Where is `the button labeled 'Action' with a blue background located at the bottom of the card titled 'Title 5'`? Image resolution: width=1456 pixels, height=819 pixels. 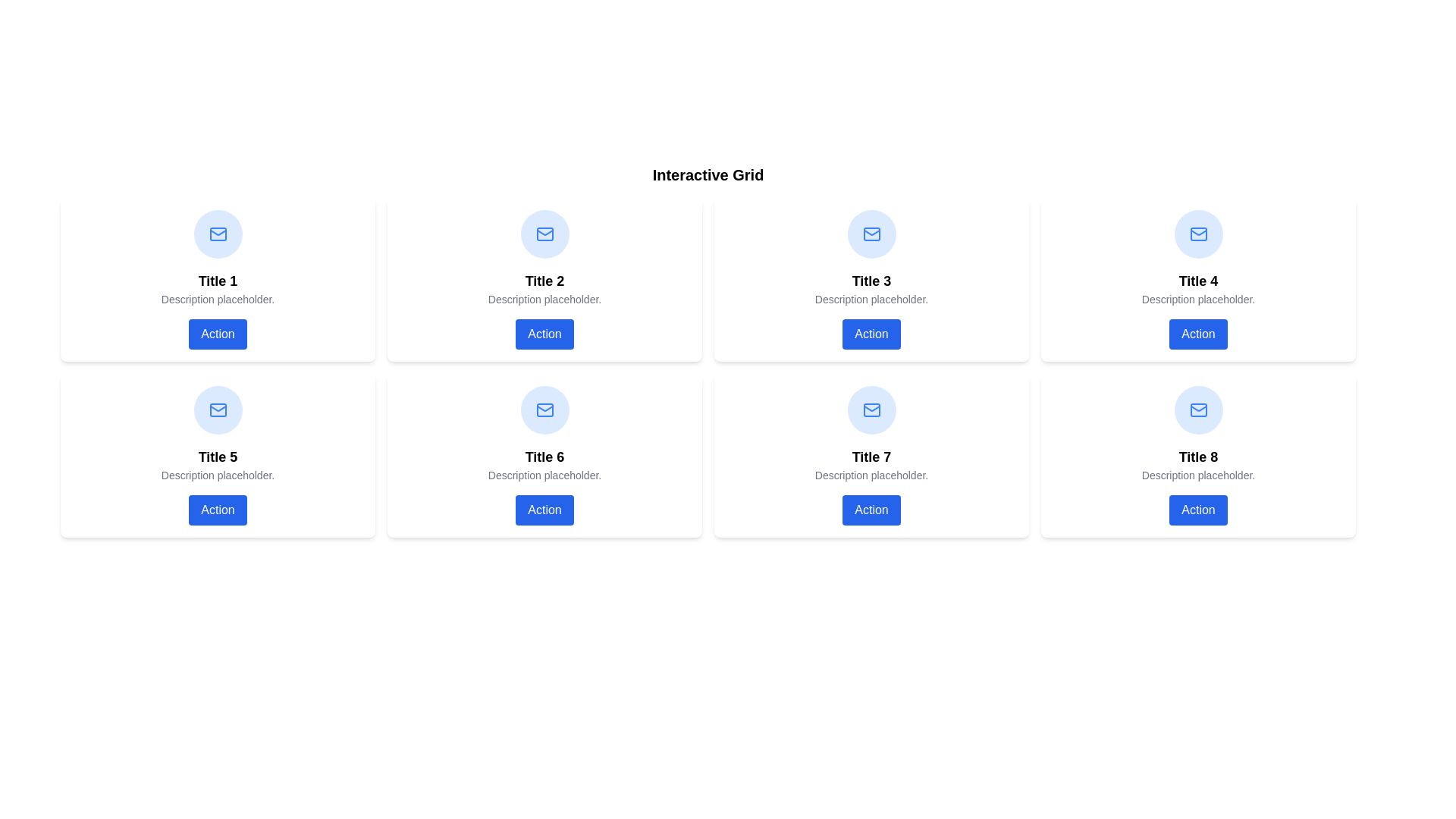
the button labeled 'Action' with a blue background located at the bottom of the card titled 'Title 5' is located at coordinates (217, 510).